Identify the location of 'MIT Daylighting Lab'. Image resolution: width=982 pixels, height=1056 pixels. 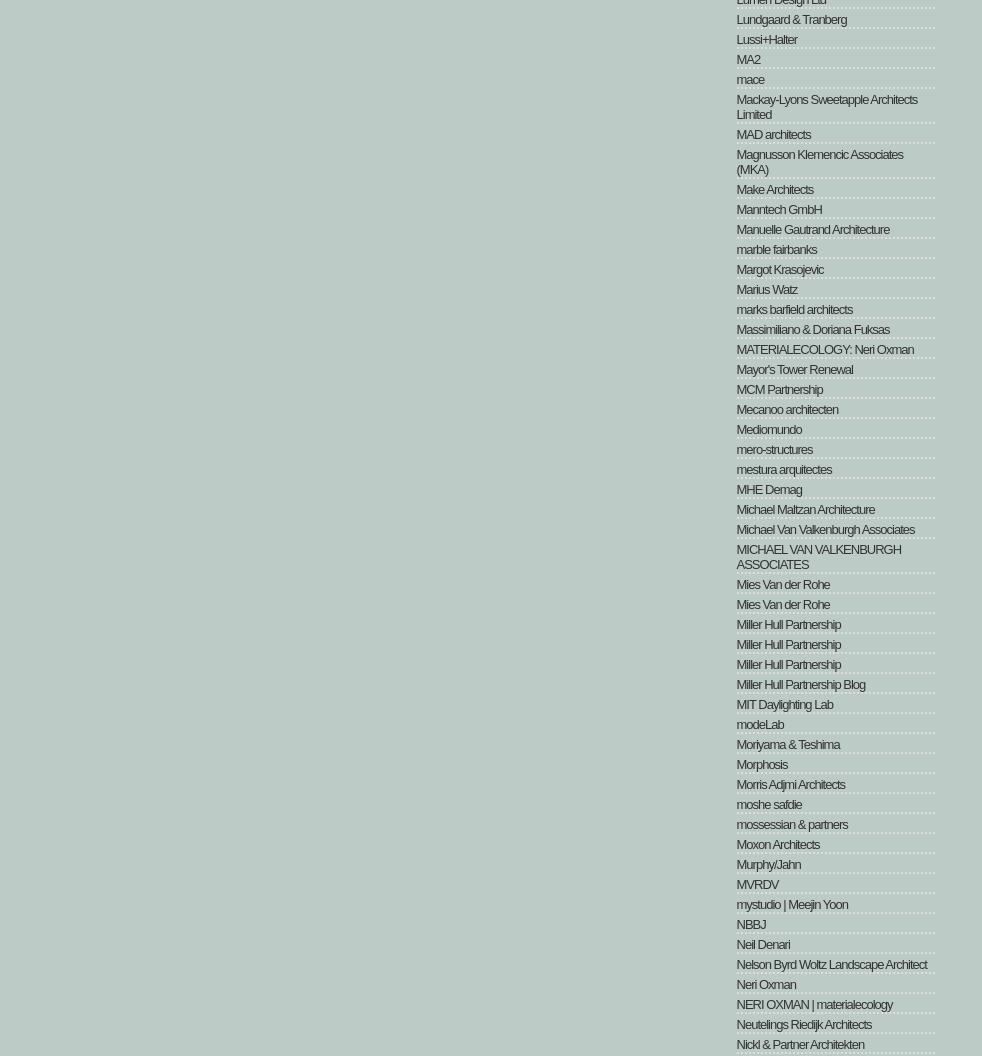
(784, 704).